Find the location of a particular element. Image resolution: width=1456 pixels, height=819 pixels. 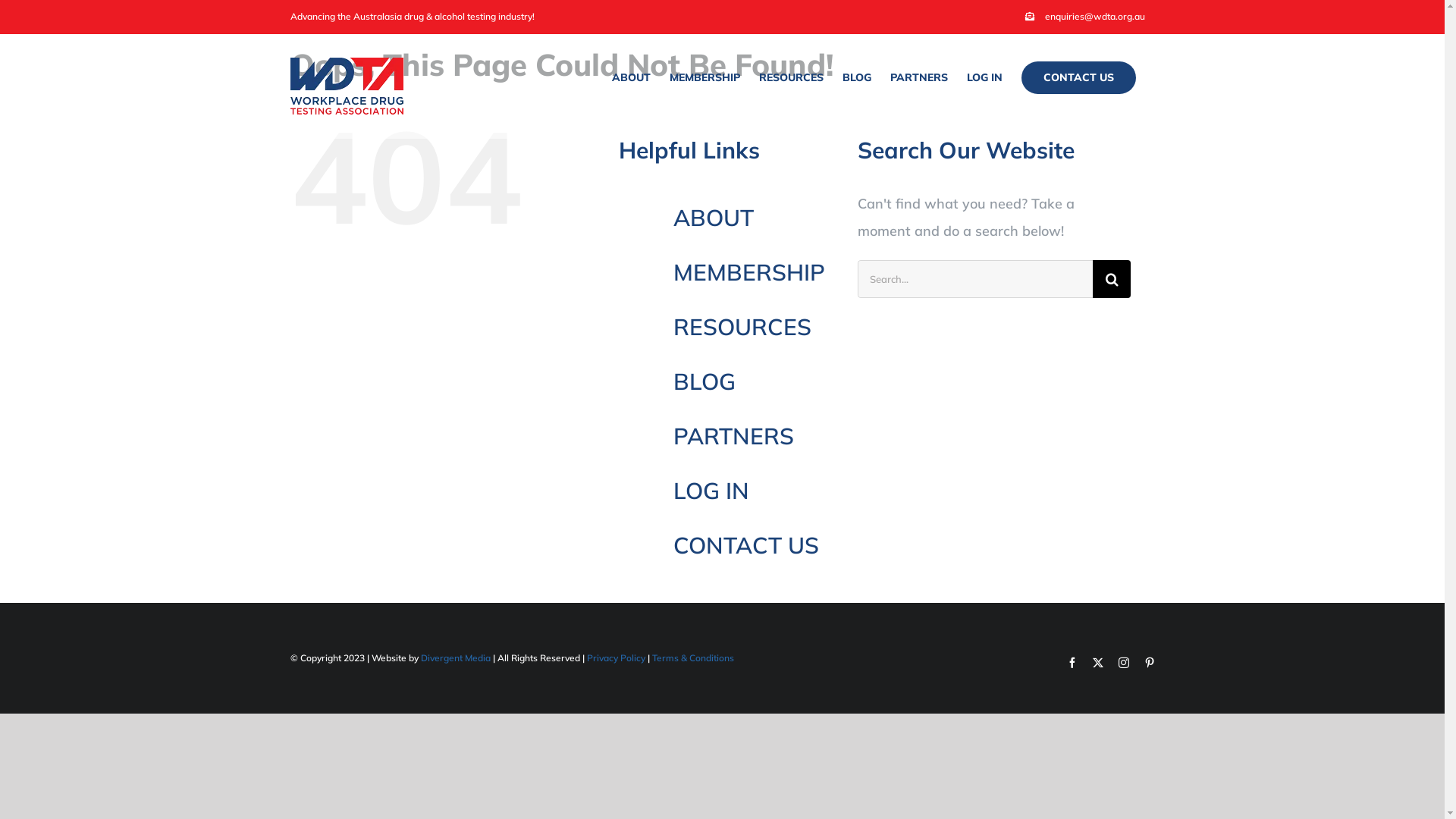

'MEMBERSHIP' is located at coordinates (749, 271).